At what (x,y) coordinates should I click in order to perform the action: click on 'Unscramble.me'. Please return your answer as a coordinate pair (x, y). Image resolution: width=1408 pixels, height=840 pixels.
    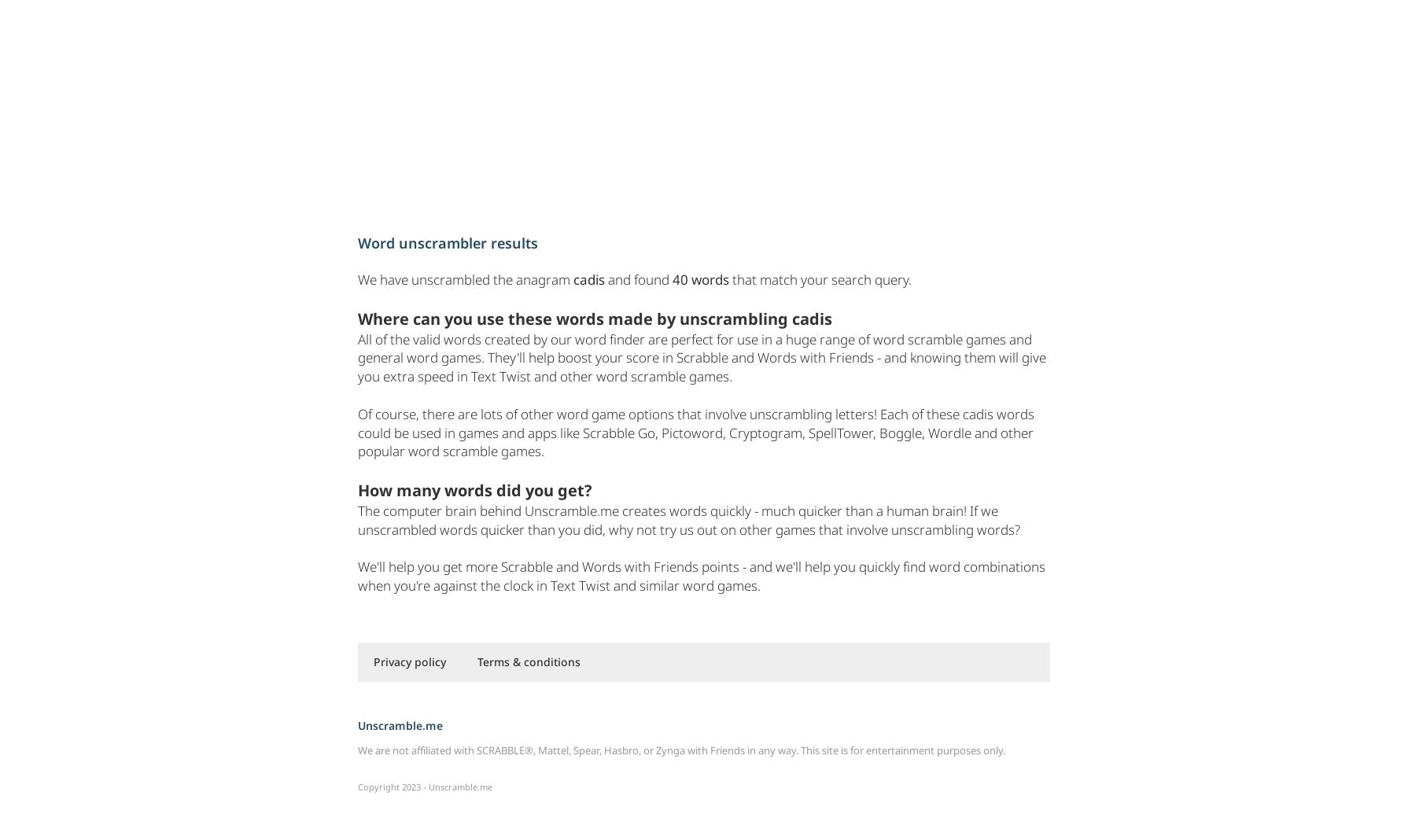
    Looking at the image, I should click on (400, 724).